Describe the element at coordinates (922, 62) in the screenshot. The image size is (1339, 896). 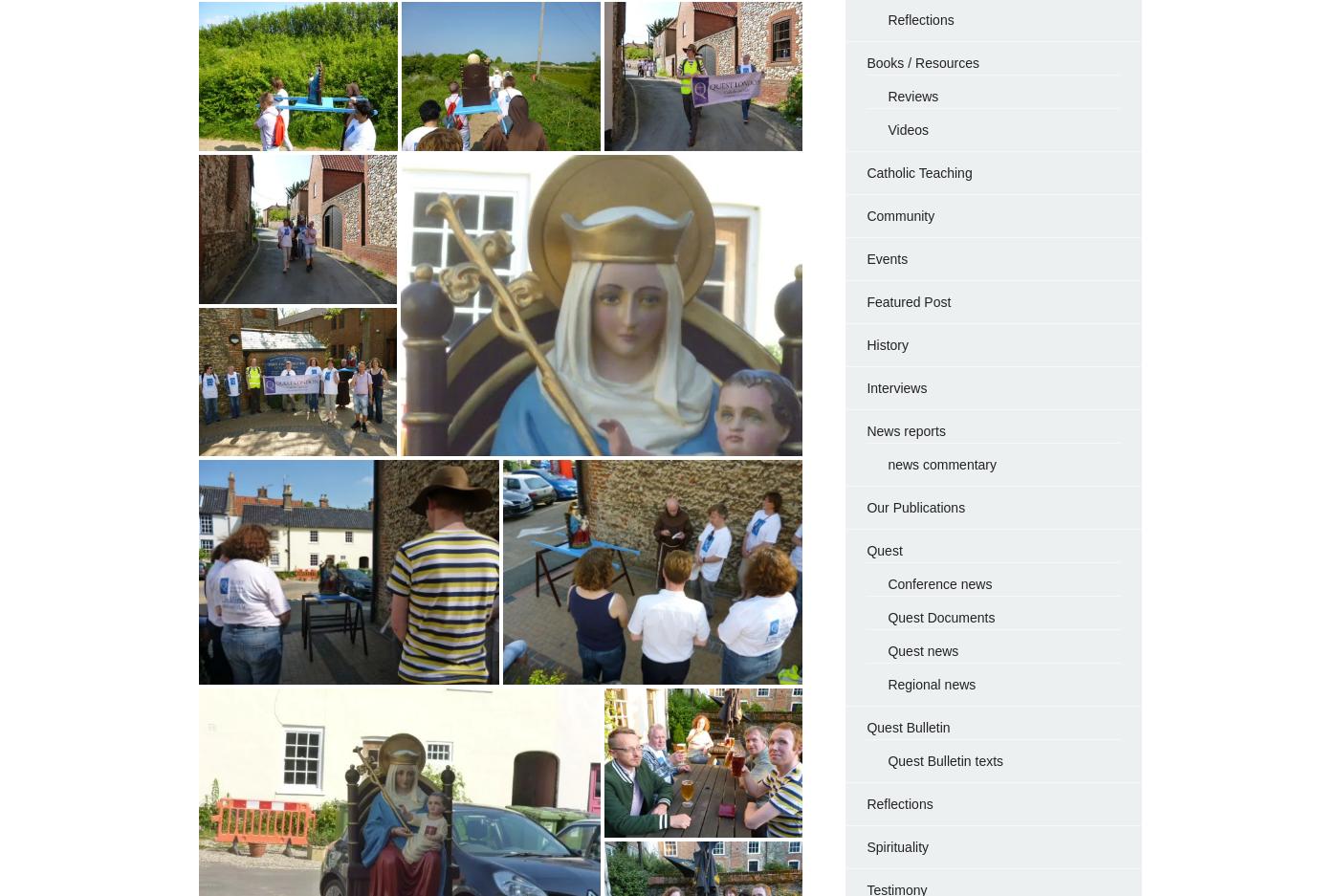
I see `'Books / Resources'` at that location.